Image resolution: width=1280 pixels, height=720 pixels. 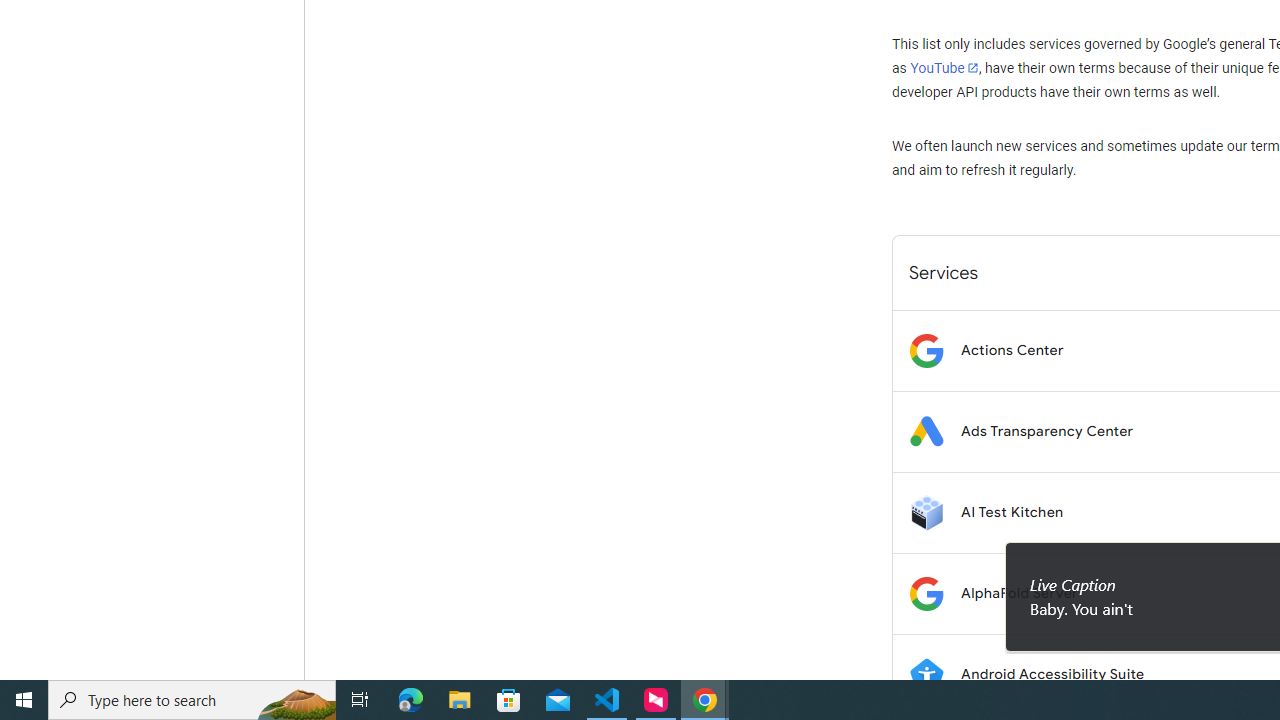 I want to click on 'Logo for Ads Transparency Center', so click(x=925, y=430).